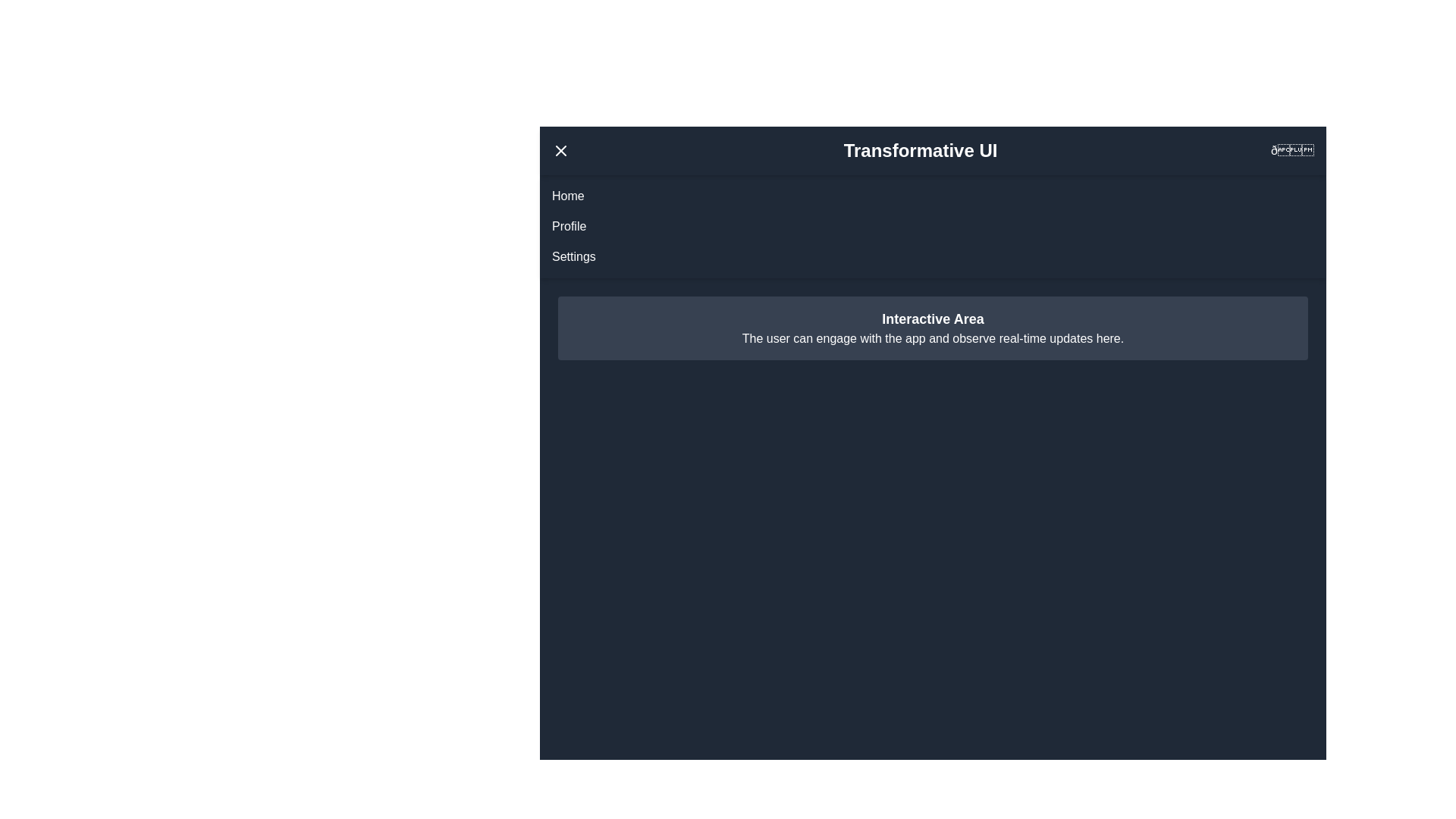 This screenshot has width=1456, height=819. Describe the element at coordinates (920, 151) in the screenshot. I see `the title 'Transformative UI' located at the center of the top bar` at that location.